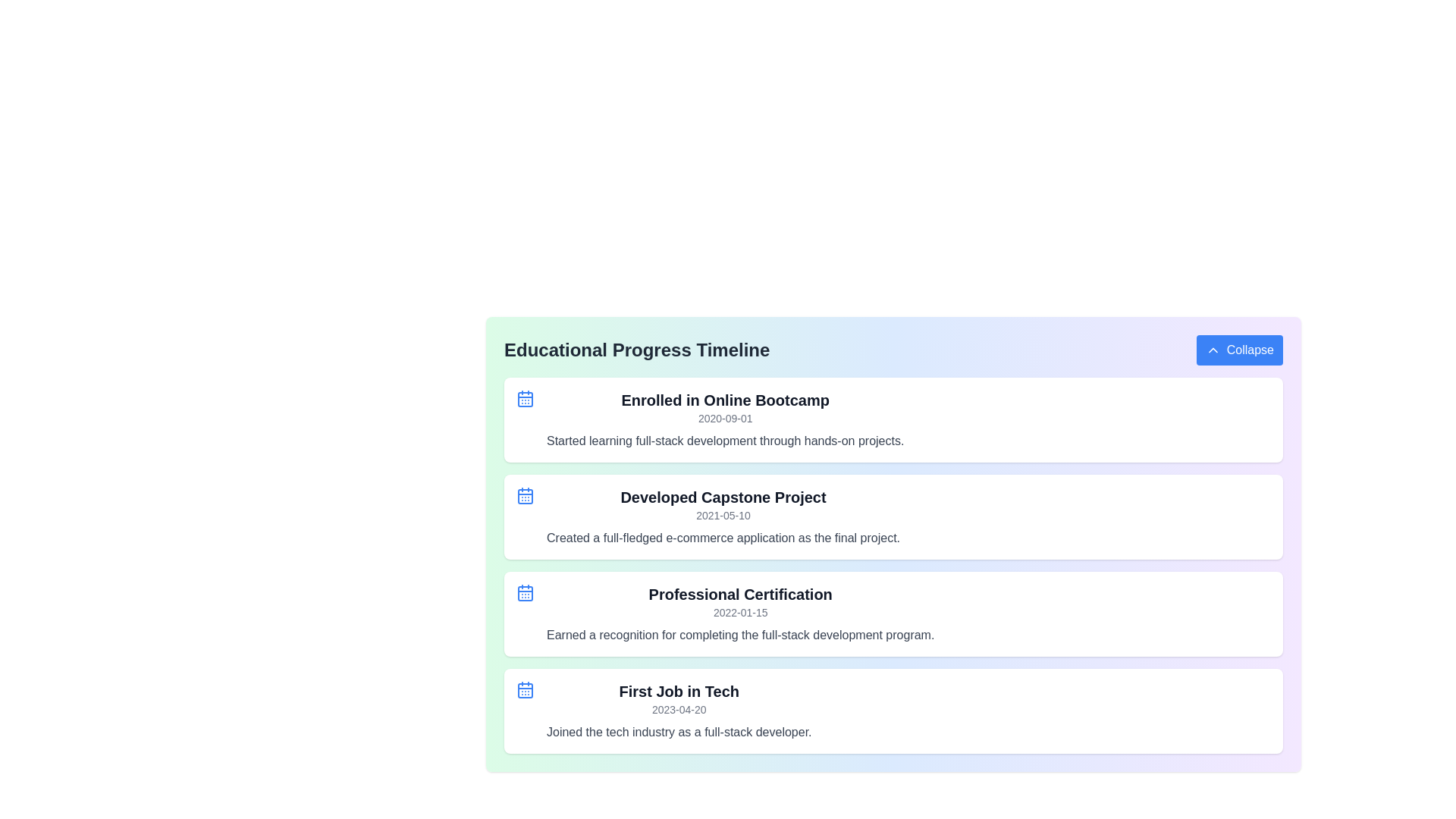  What do you see at coordinates (525, 399) in the screenshot?
I see `the graphical detail within the calendar icon located to the left of the title 'Enrolled in Online Bootcamp' in the educational timeline` at bounding box center [525, 399].